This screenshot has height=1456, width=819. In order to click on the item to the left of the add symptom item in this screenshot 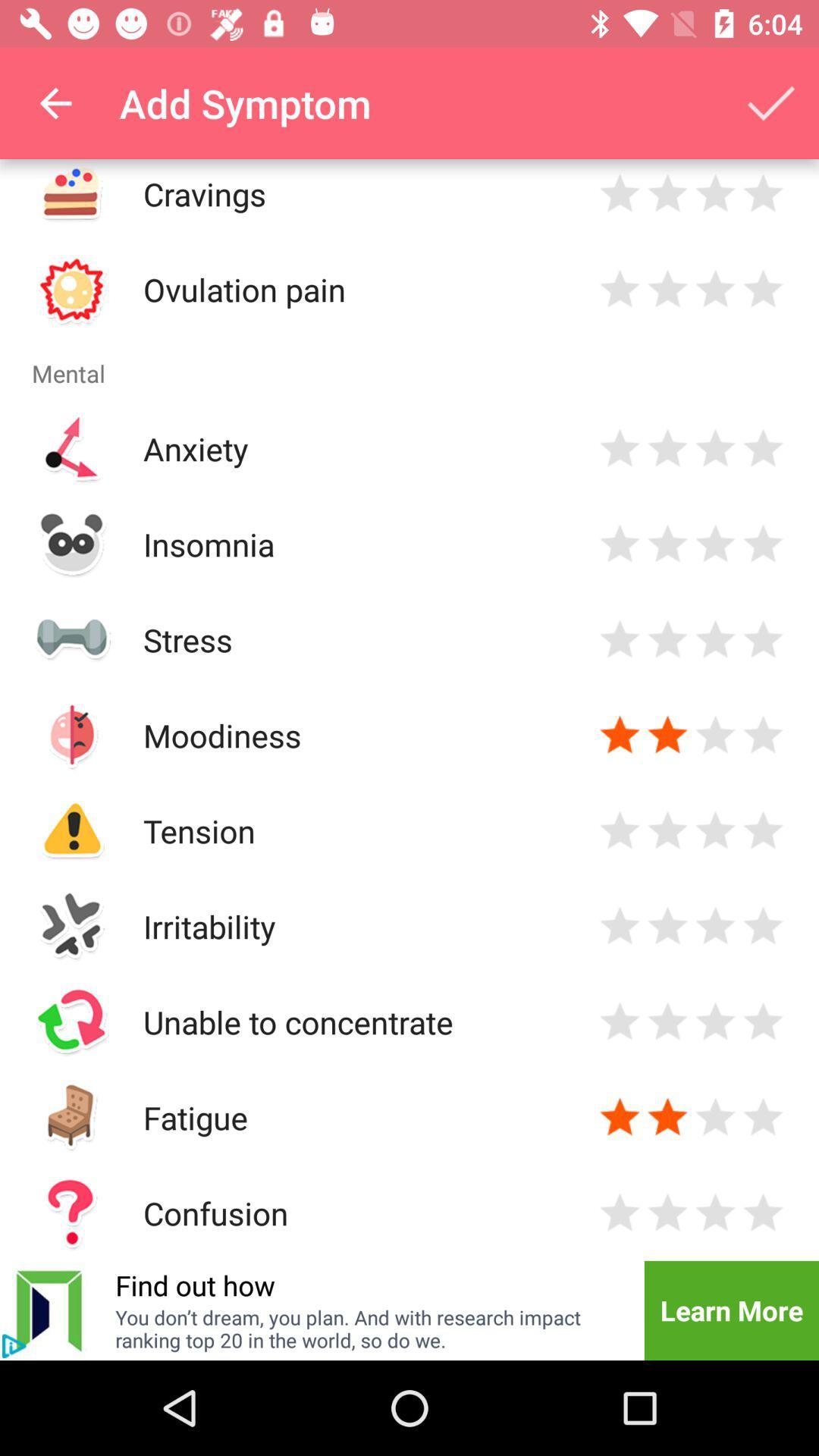, I will do `click(55, 102)`.